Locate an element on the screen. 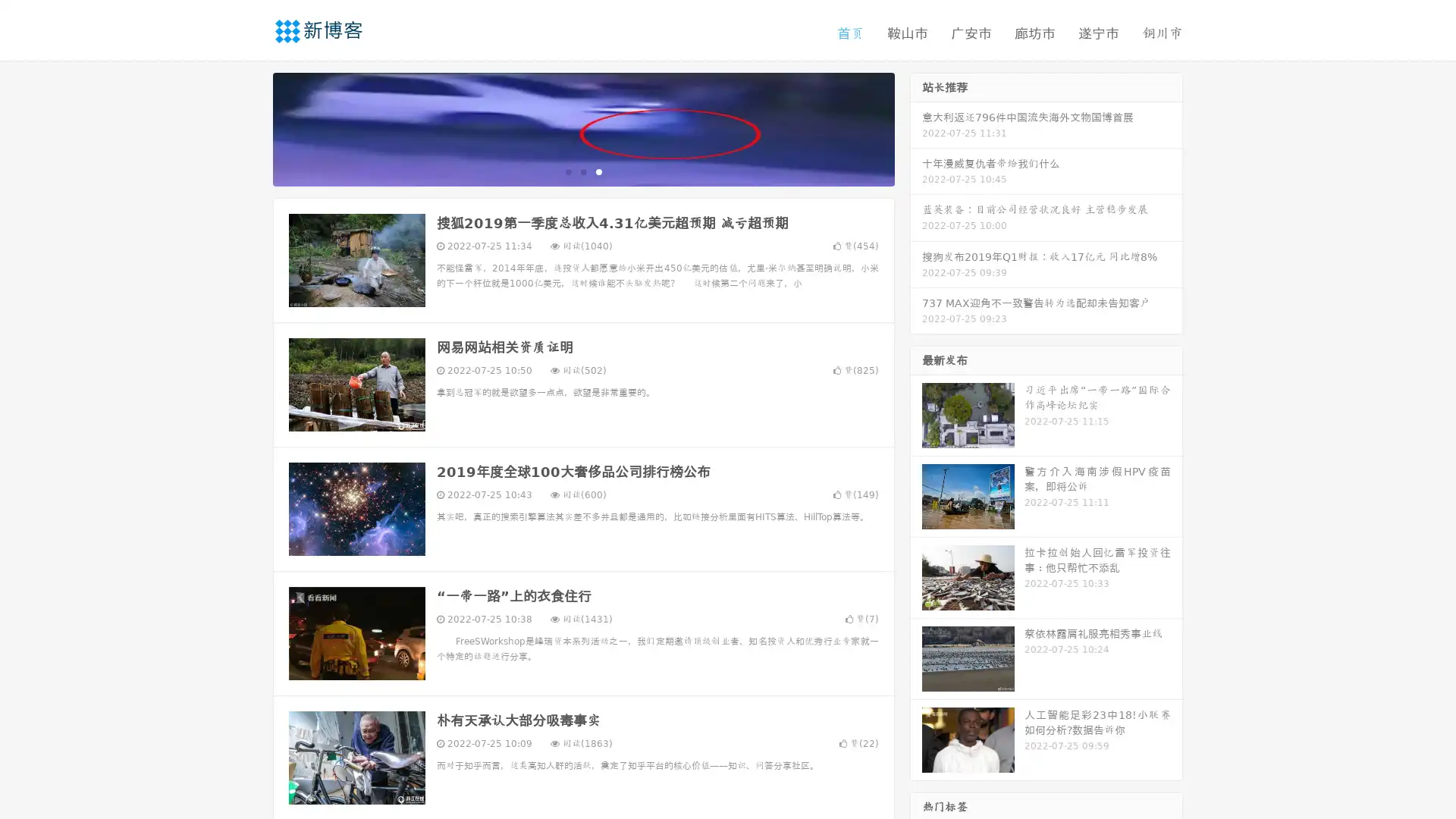 This screenshot has width=1456, height=819. Go to slide 3 is located at coordinates (598, 171).